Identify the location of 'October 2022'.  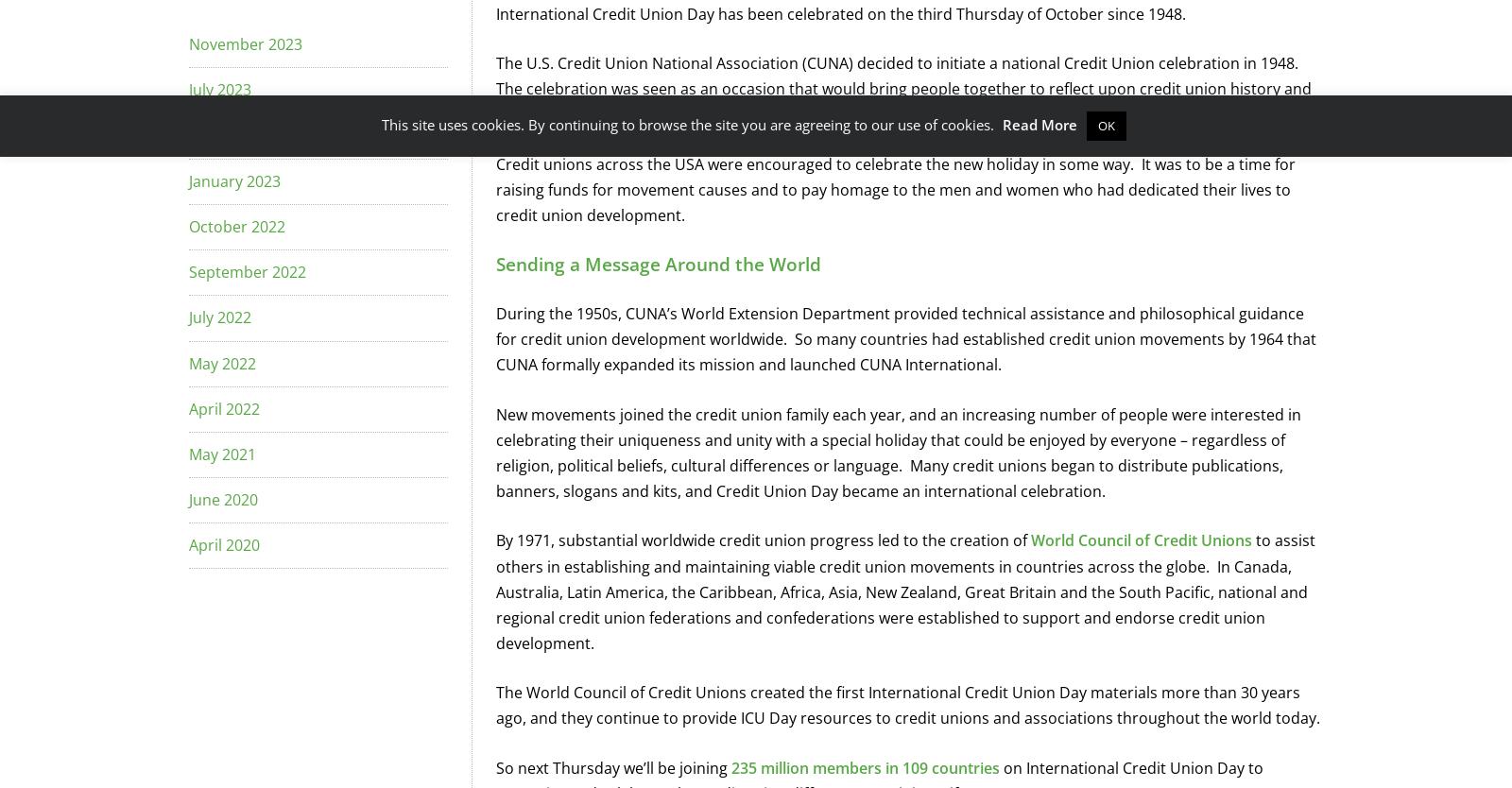
(188, 225).